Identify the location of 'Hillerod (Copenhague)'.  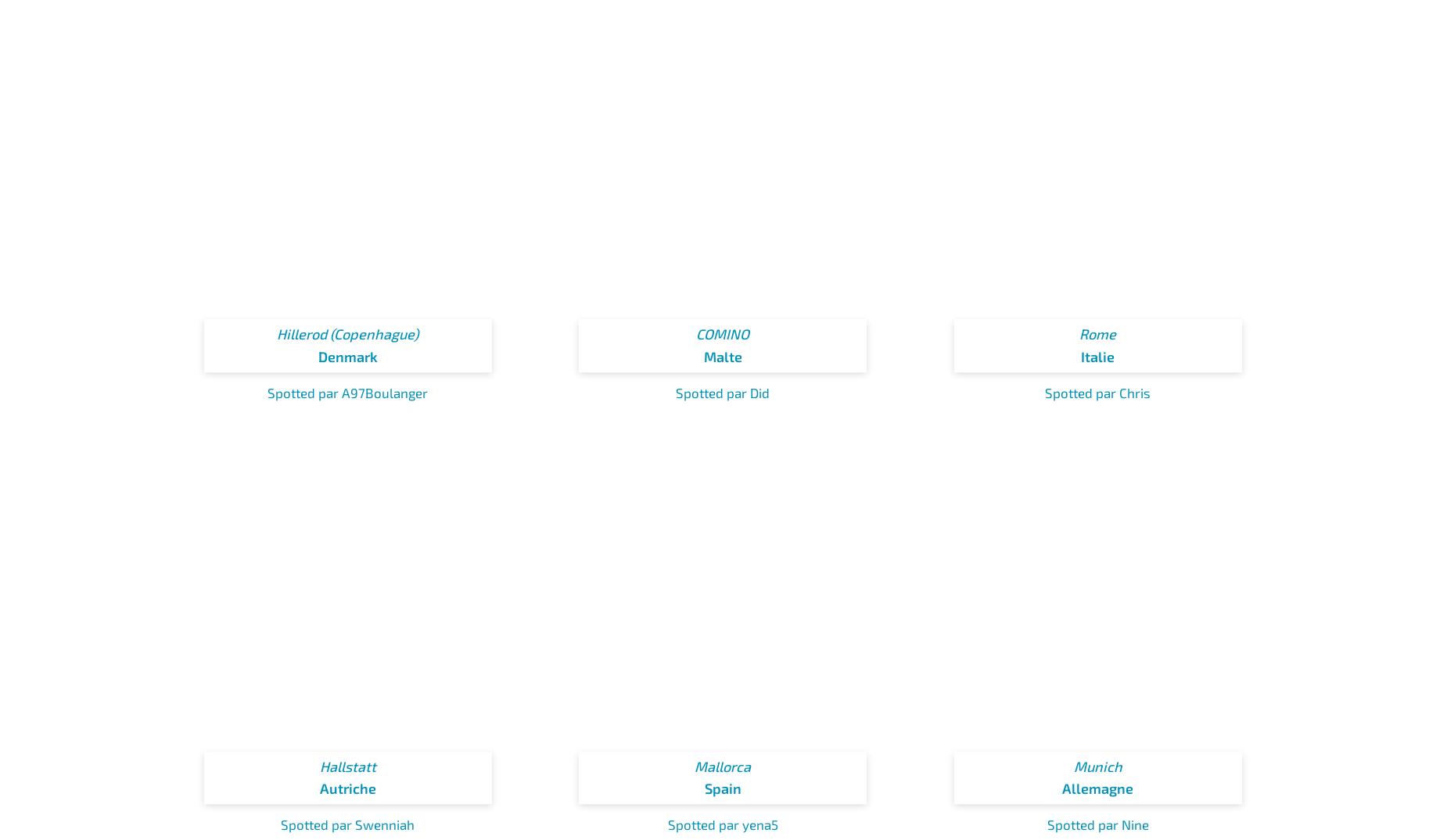
(346, 334).